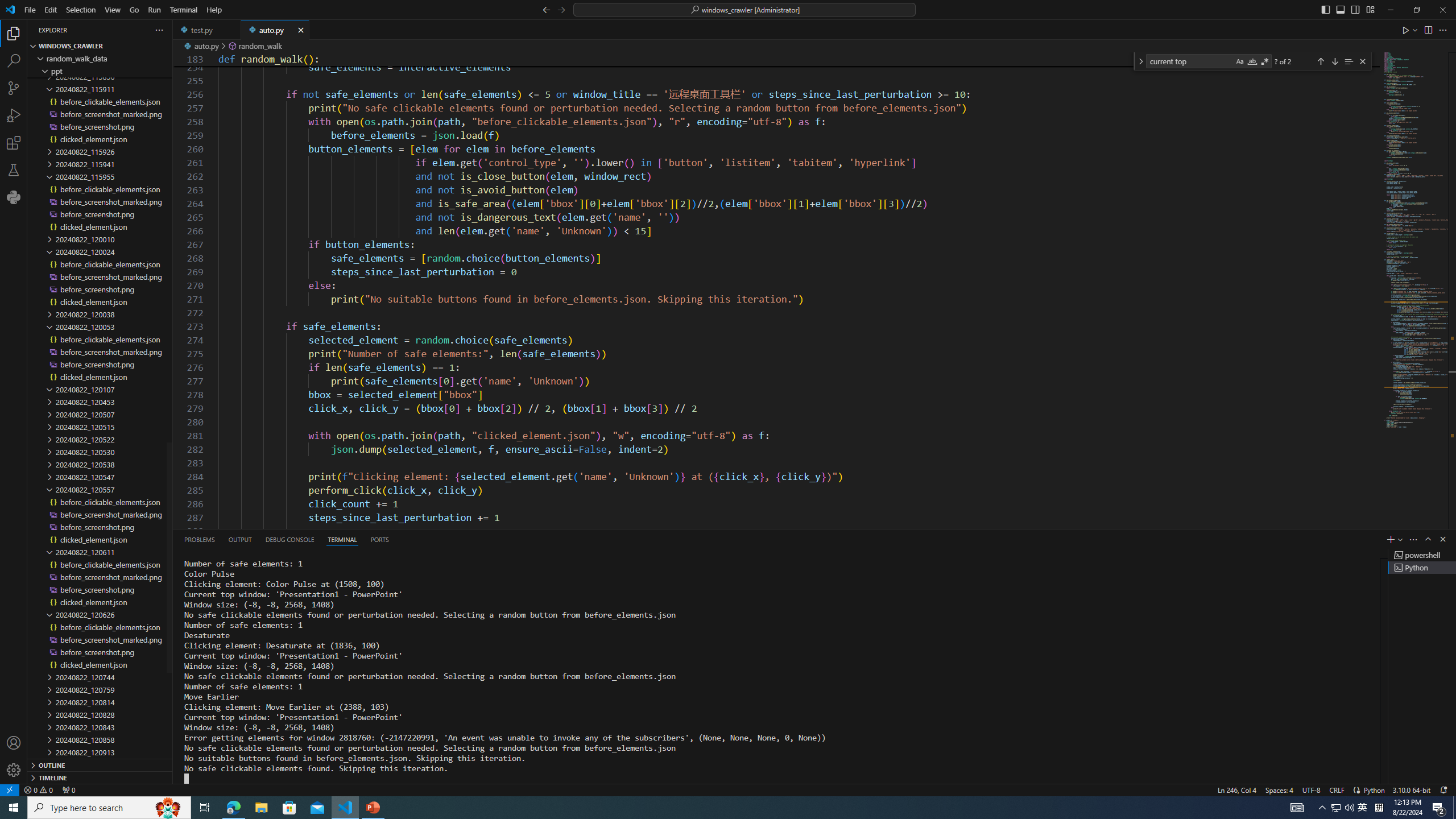 The width and height of the screenshot is (1456, 819). What do you see at coordinates (51, 9) in the screenshot?
I see `'Edit'` at bounding box center [51, 9].